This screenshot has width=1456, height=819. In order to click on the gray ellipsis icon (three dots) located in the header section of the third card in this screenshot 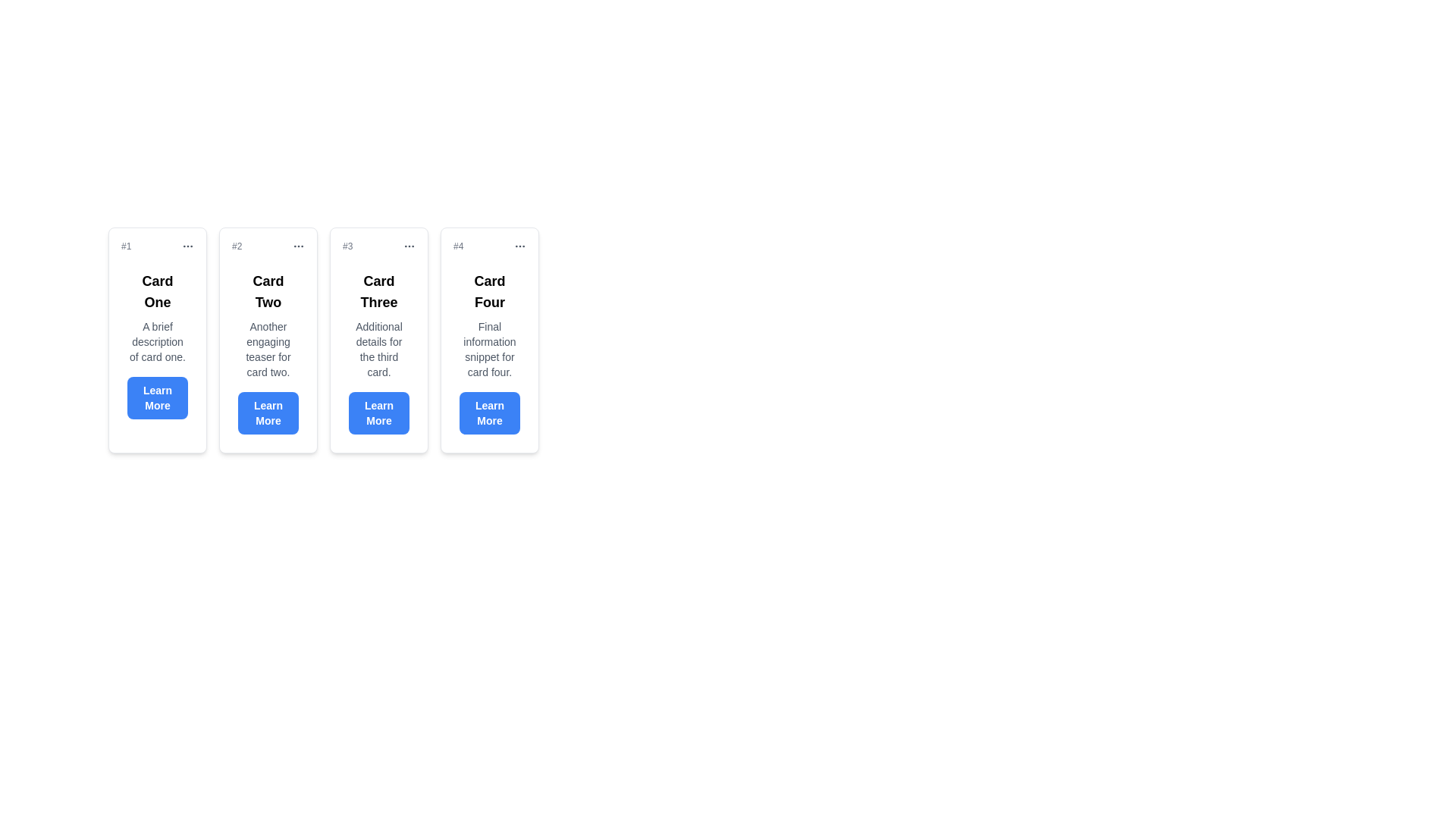, I will do `click(409, 245)`.